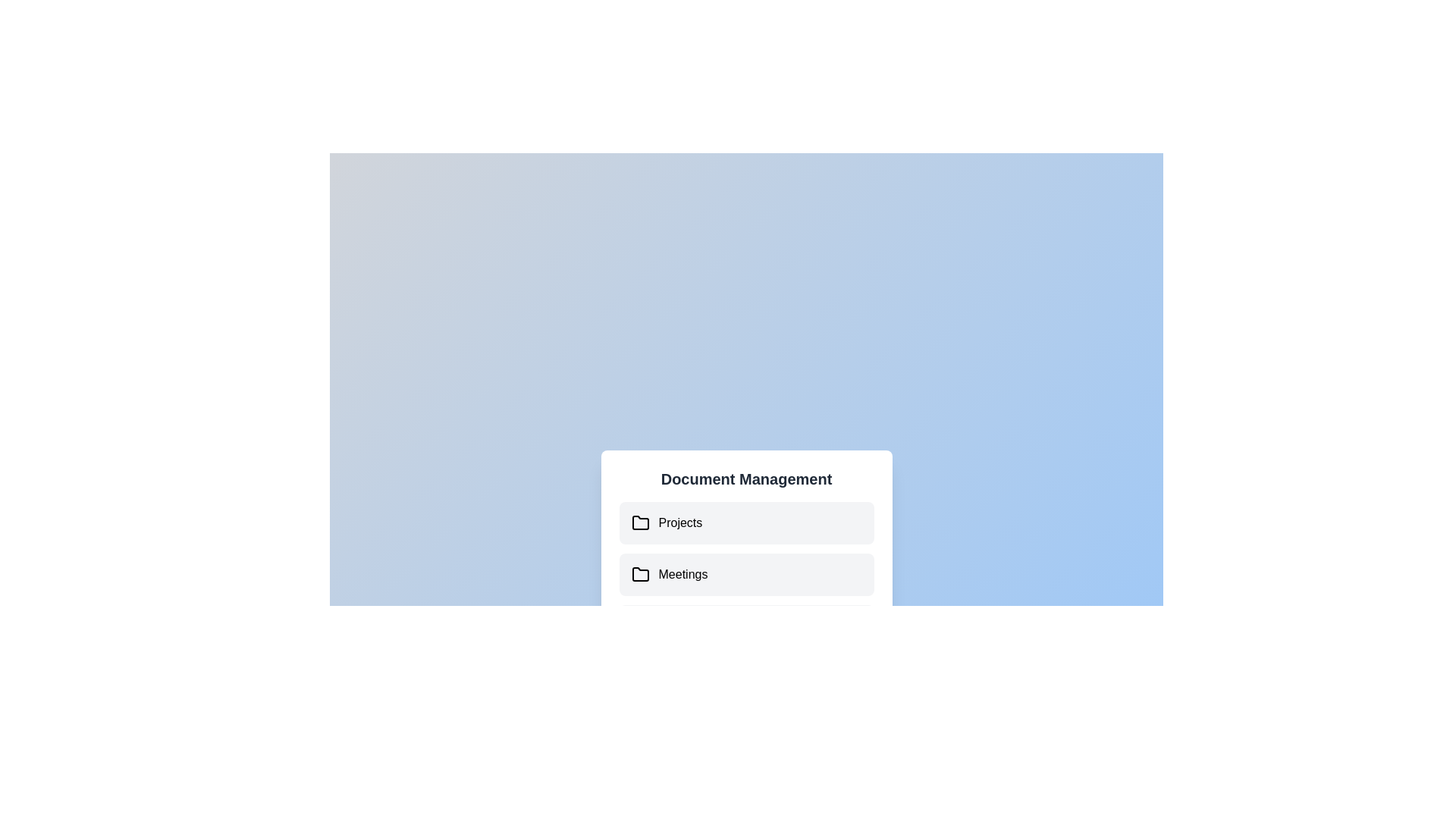  Describe the element at coordinates (746, 575) in the screenshot. I see `the document 'Meeting Notes.docx' under the folder 'Meetings'` at that location.